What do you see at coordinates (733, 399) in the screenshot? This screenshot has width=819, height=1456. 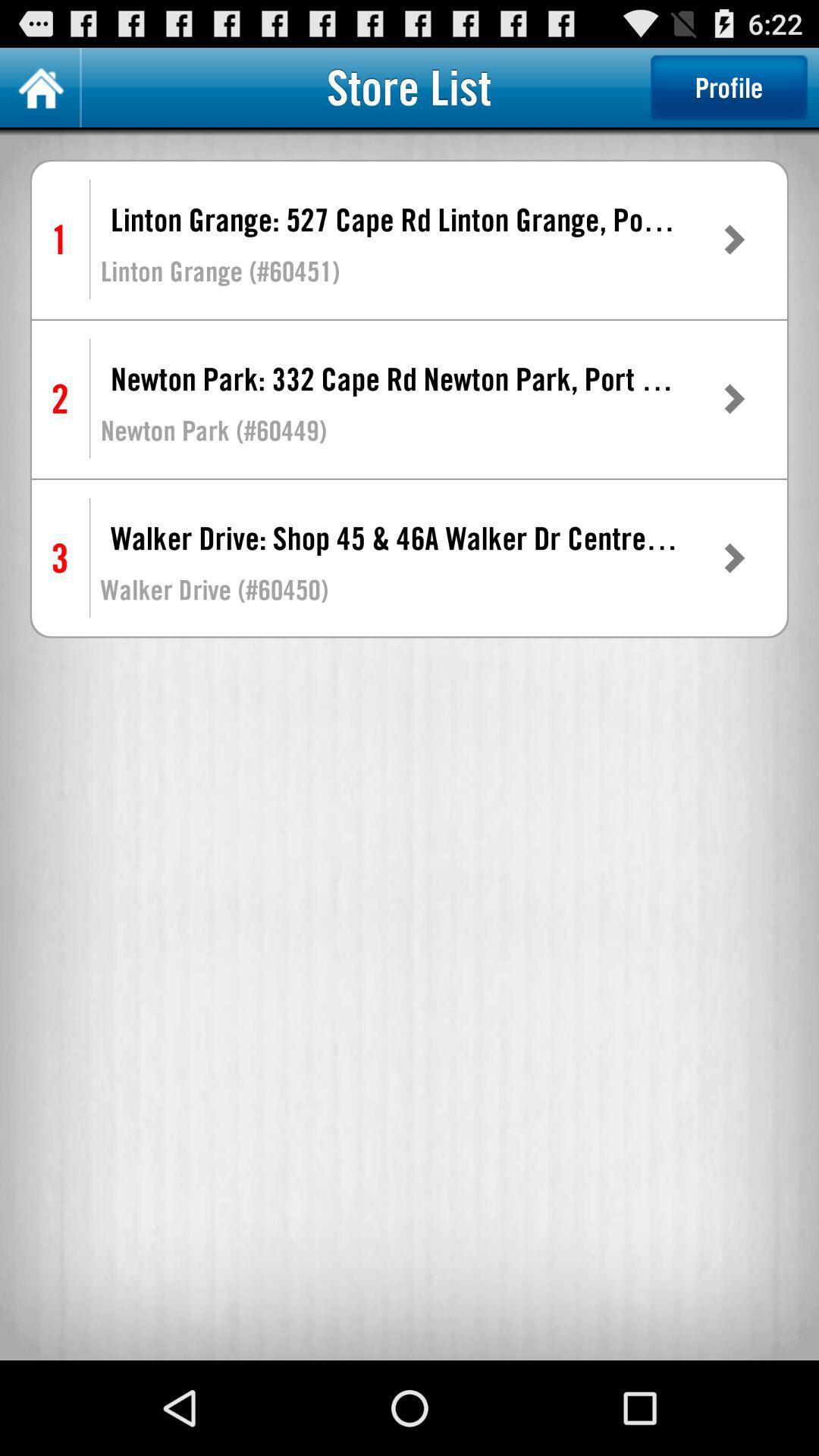 I see `app next to the newton park 332 icon` at bounding box center [733, 399].